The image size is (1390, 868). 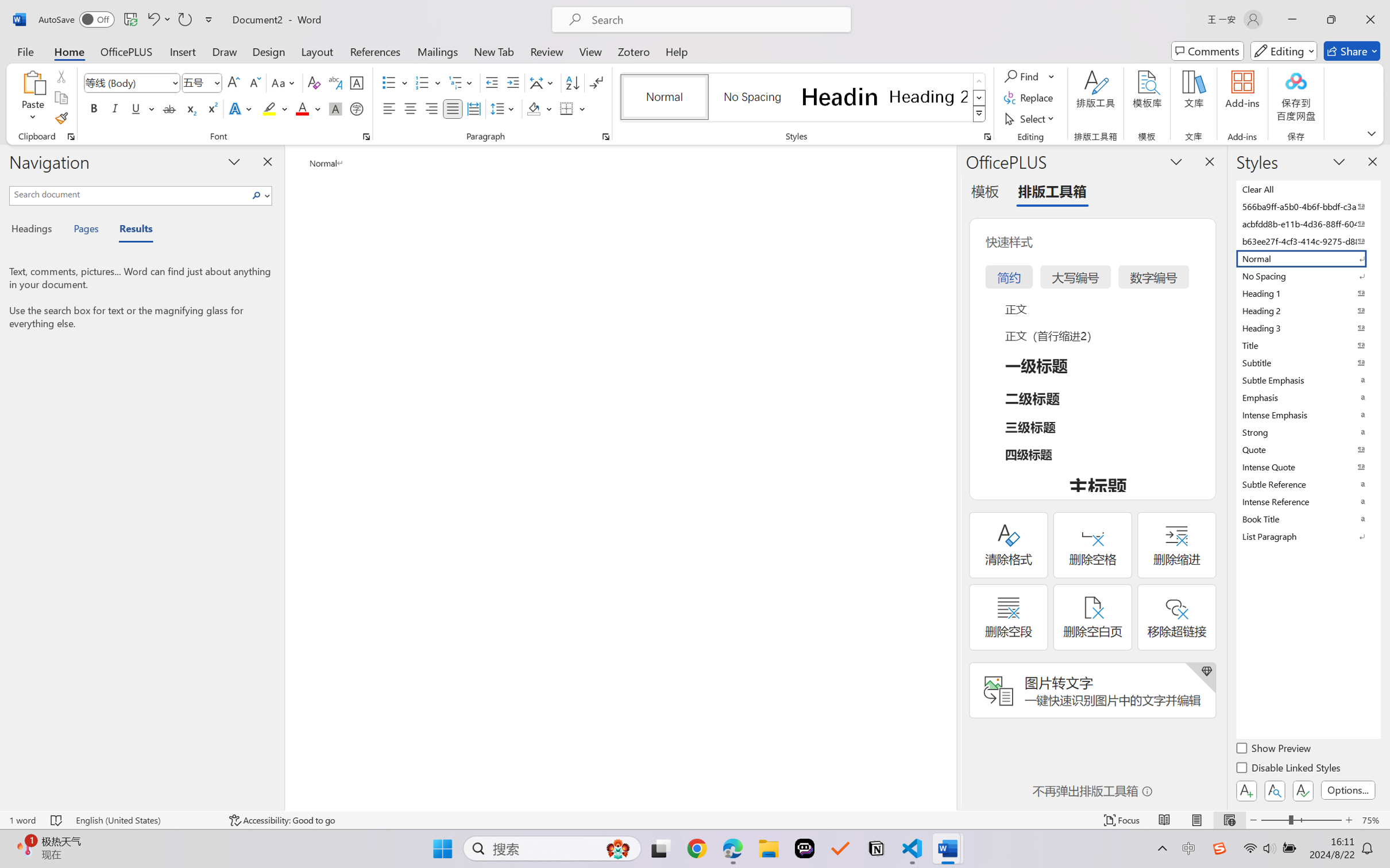 I want to click on 'Insert', so click(x=182, y=51).